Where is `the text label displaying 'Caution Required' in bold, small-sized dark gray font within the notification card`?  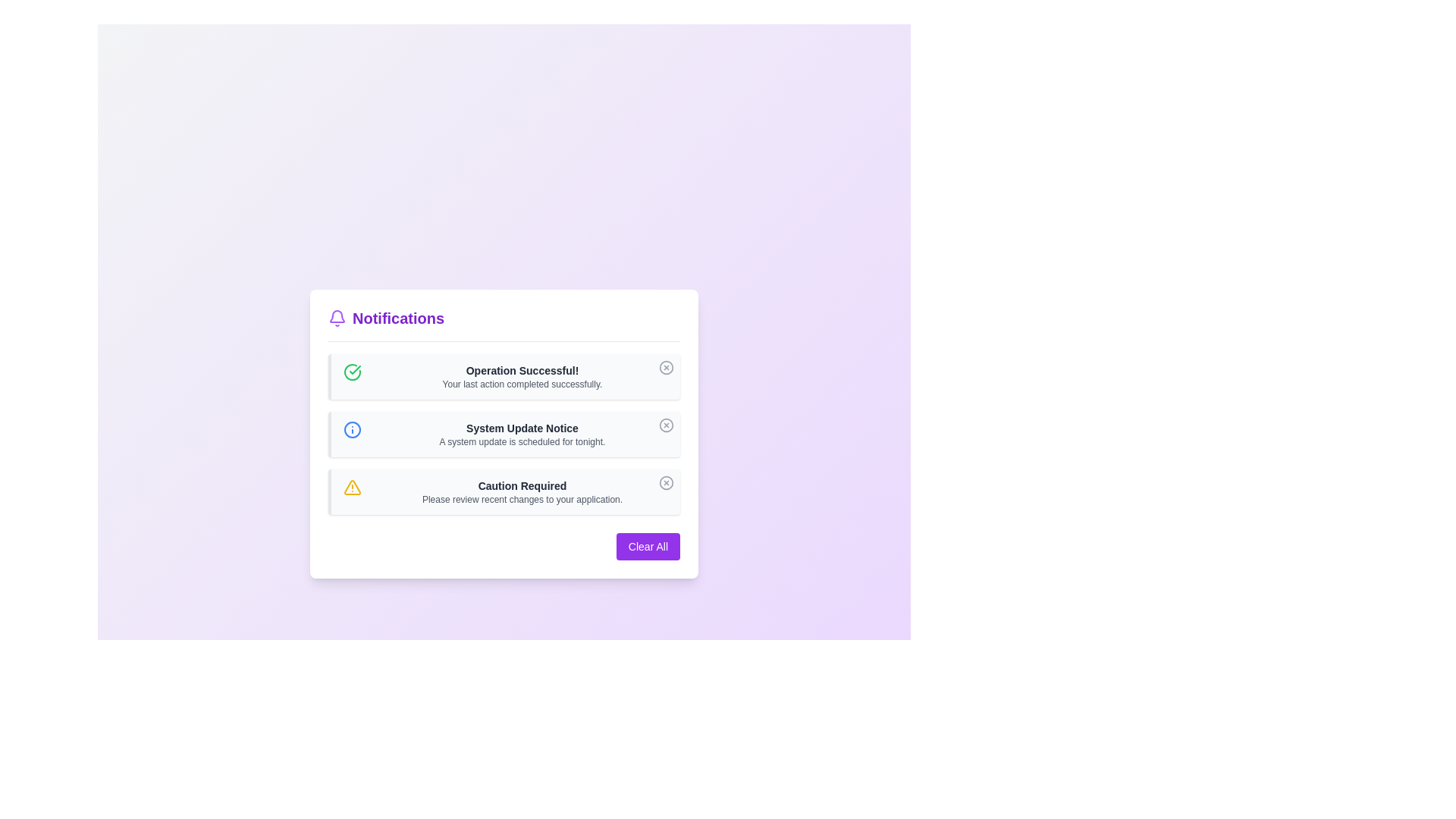
the text label displaying 'Caution Required' in bold, small-sized dark gray font within the notification card is located at coordinates (522, 485).